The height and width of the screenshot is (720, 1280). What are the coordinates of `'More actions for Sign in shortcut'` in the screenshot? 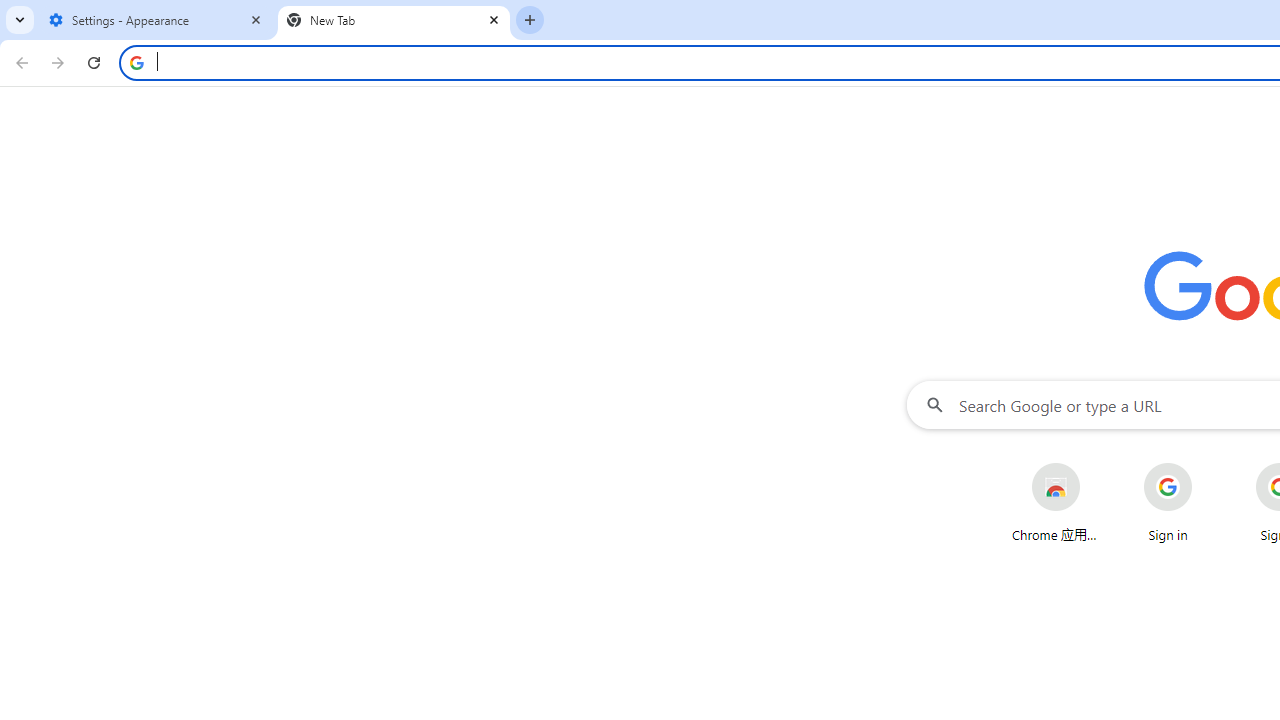 It's located at (1207, 464).